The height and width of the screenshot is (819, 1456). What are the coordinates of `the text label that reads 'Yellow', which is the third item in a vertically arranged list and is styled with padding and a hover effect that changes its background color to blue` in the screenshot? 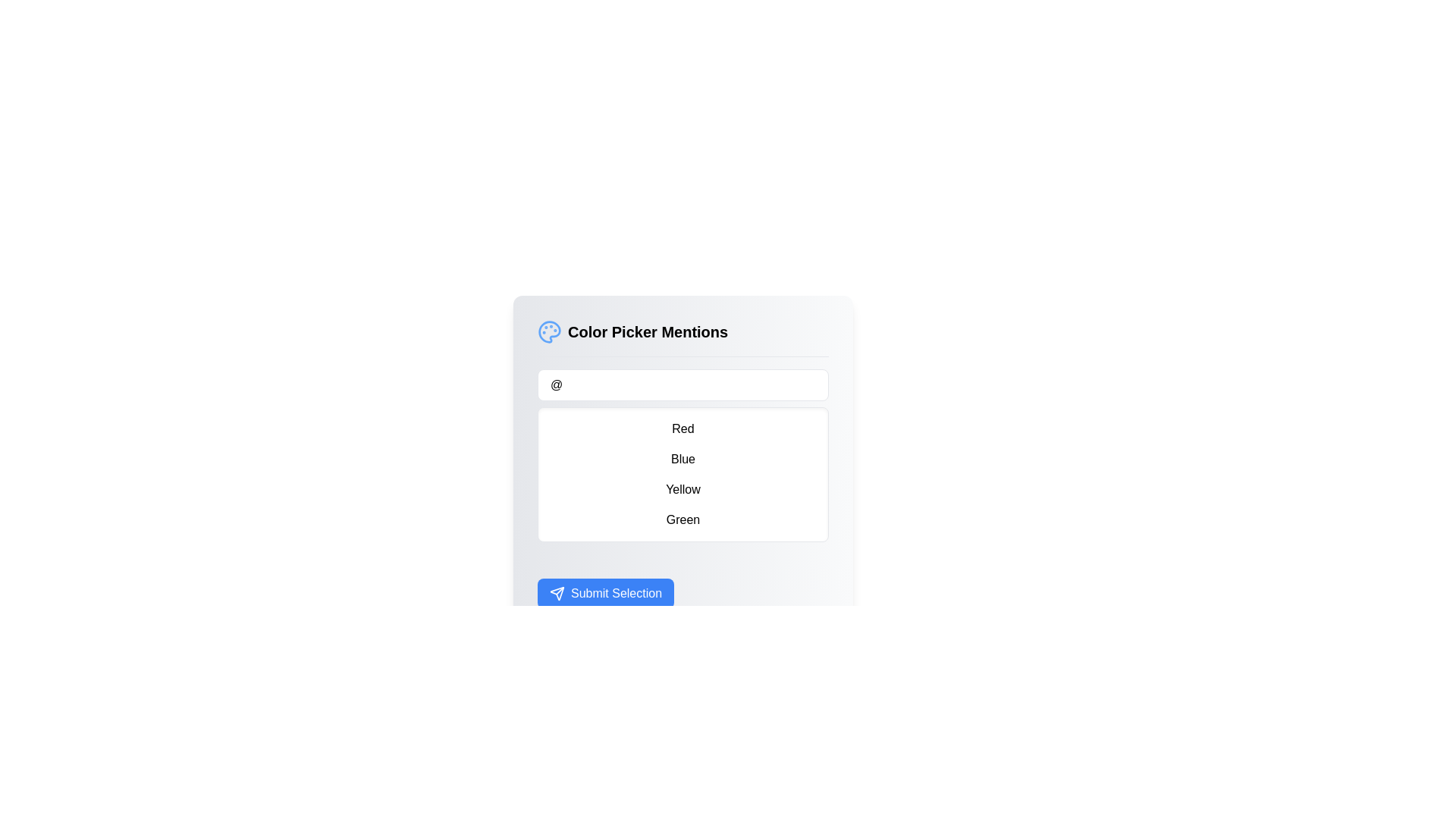 It's located at (682, 489).